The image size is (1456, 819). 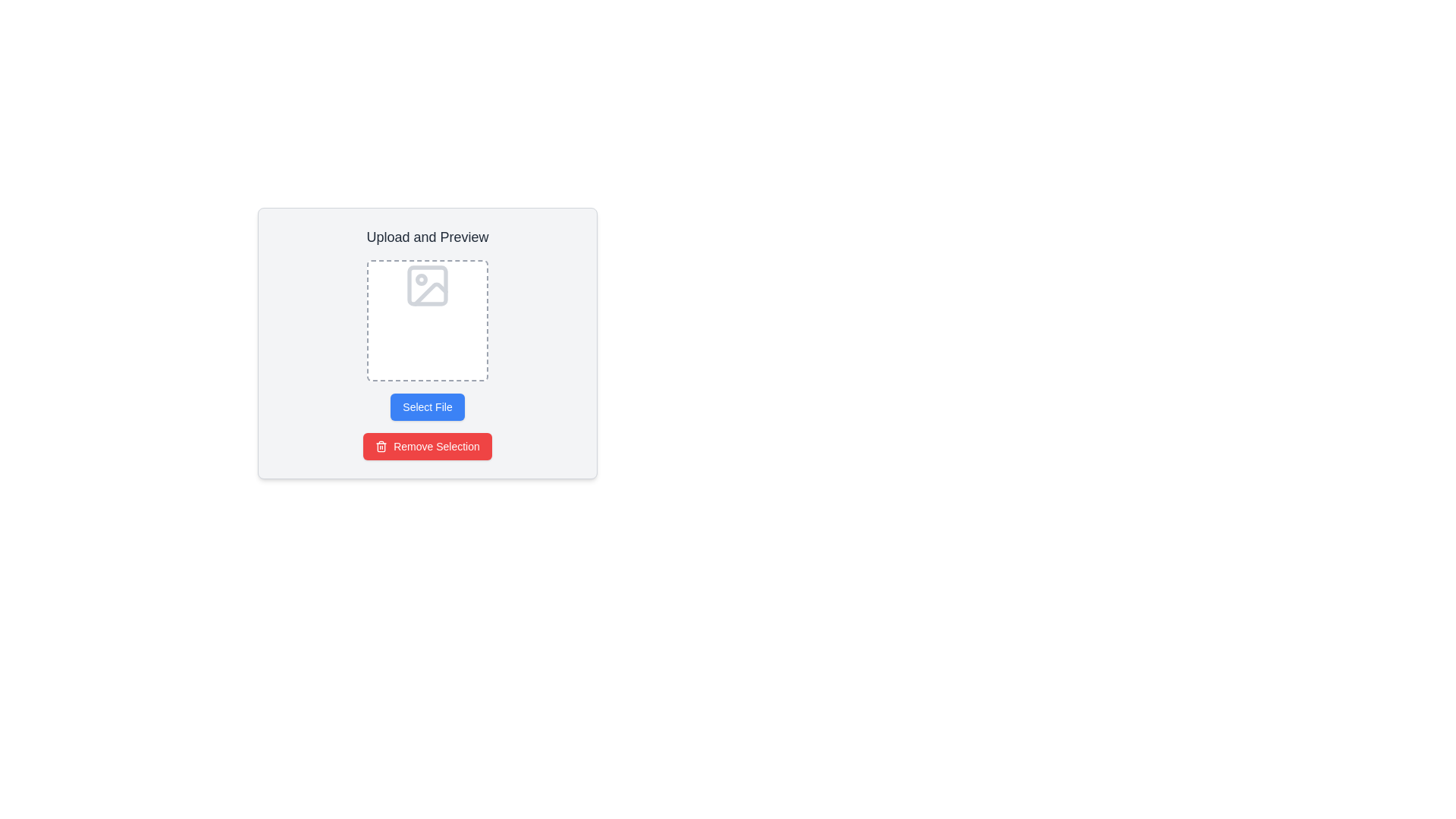 I want to click on the circular graphical element within the SVG graphic that is part of the image placeholder icon, so click(x=422, y=280).